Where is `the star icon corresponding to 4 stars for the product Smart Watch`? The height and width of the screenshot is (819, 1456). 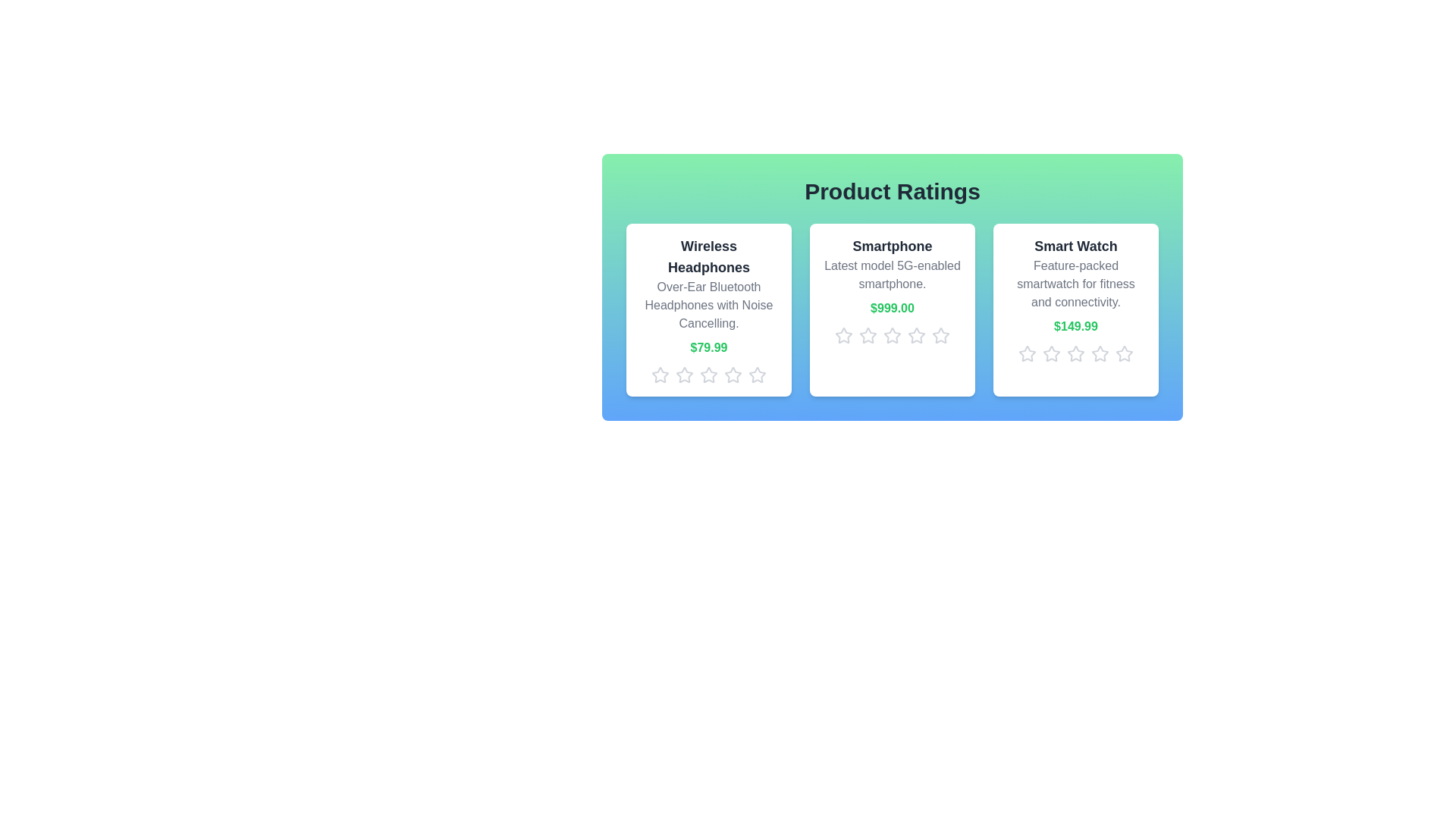
the star icon corresponding to 4 stars for the product Smart Watch is located at coordinates (1100, 353).